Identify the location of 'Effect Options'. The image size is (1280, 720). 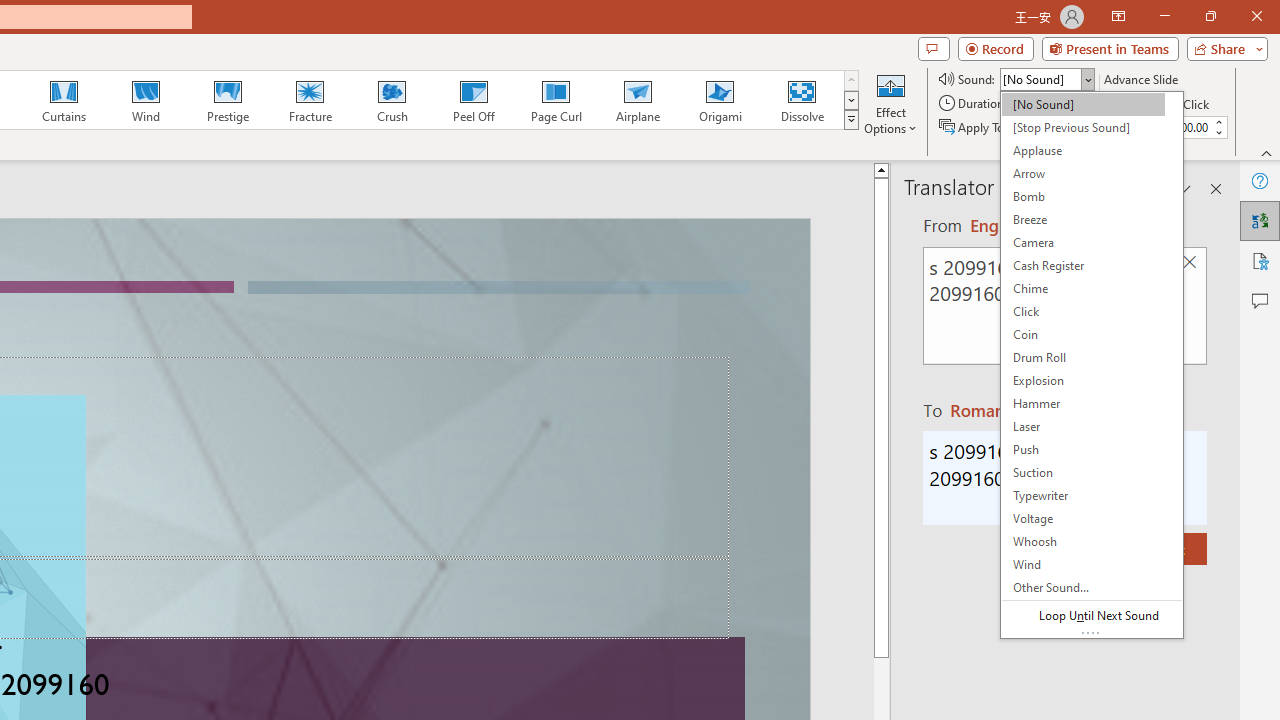
(889, 103).